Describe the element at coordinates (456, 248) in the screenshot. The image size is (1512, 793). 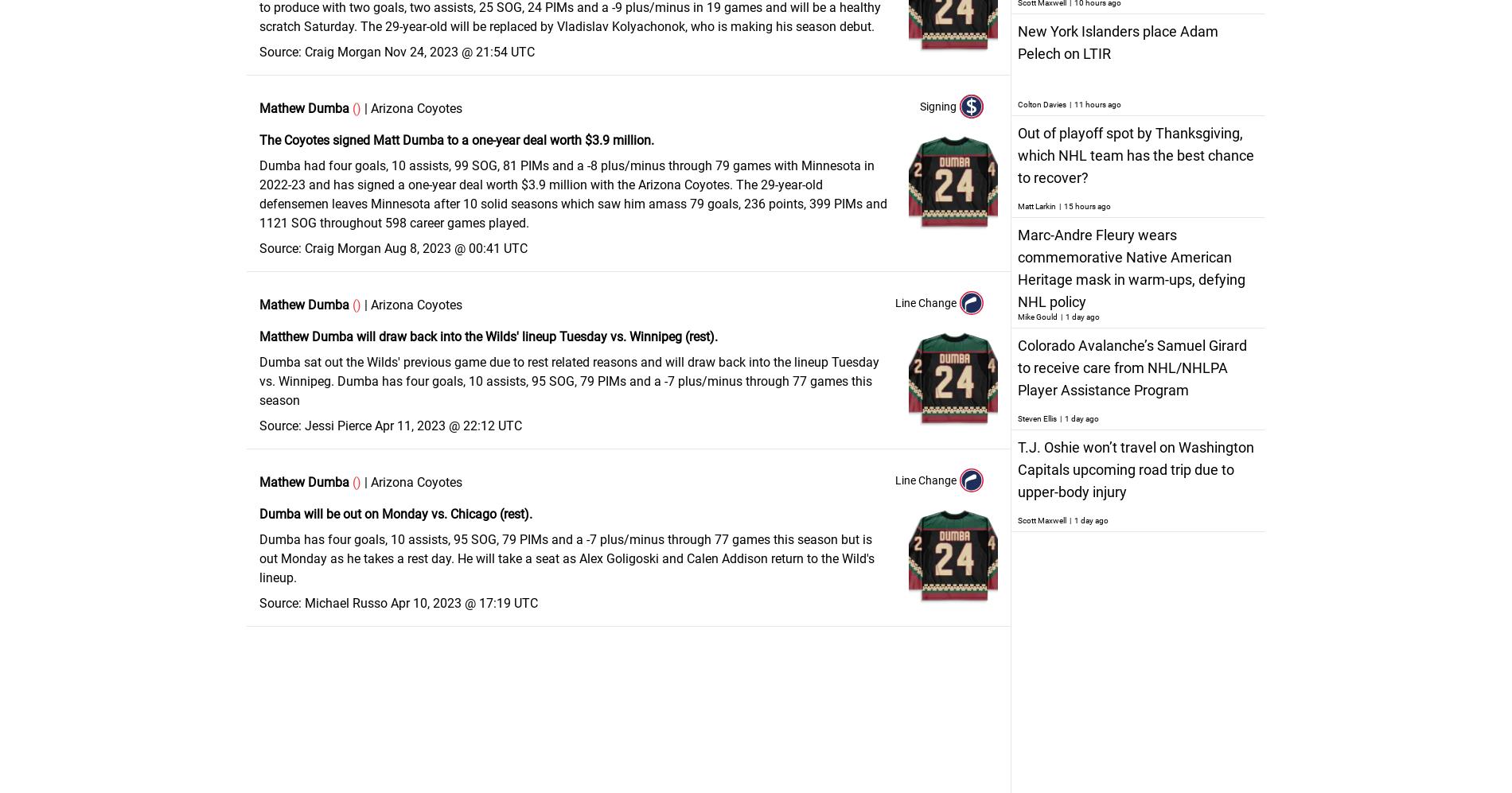
I see `'Aug 8, 2023 @ 00:41 UTC'` at that location.